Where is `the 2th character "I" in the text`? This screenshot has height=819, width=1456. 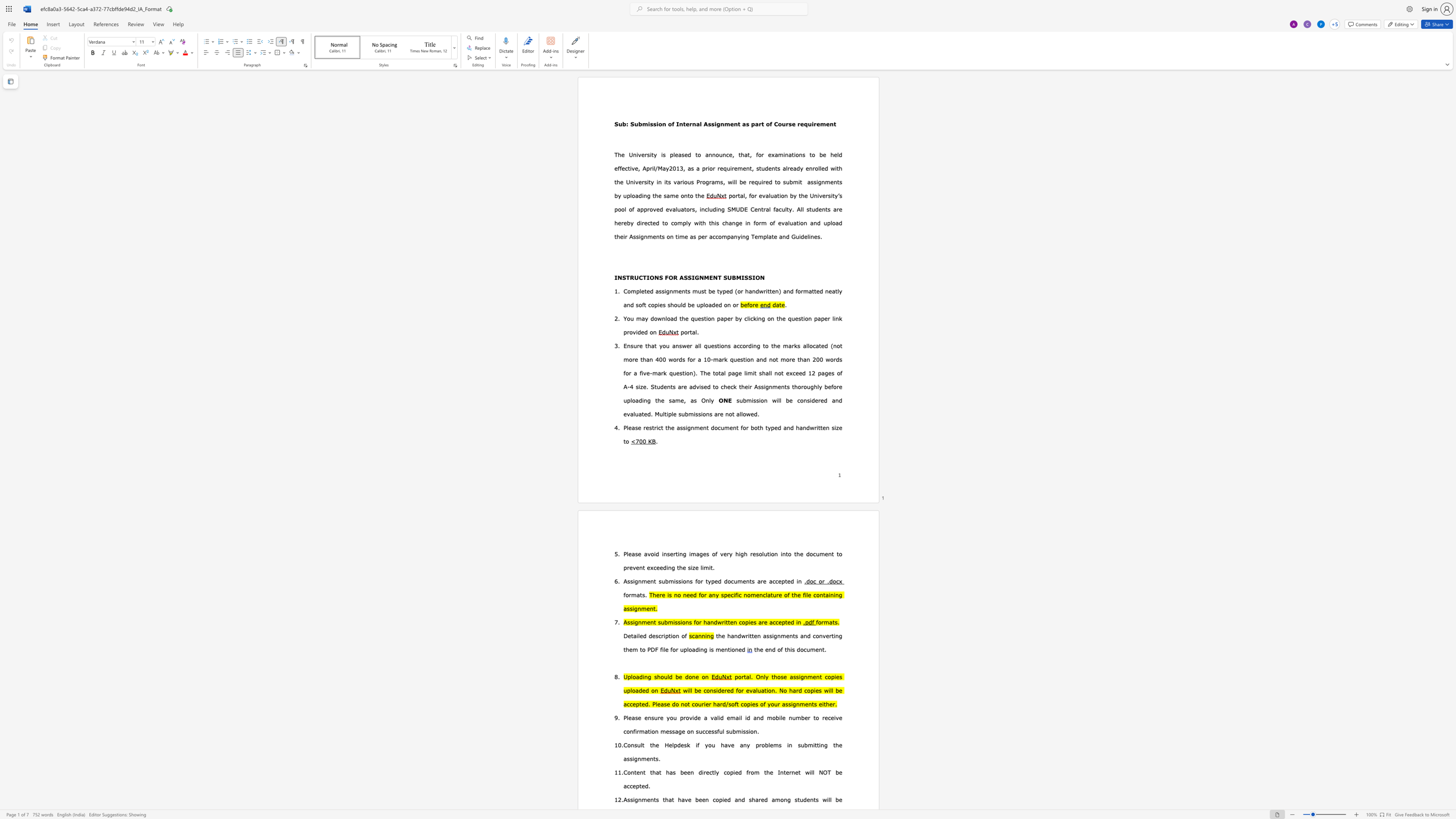 the 2th character "I" in the text is located at coordinates (647, 277).